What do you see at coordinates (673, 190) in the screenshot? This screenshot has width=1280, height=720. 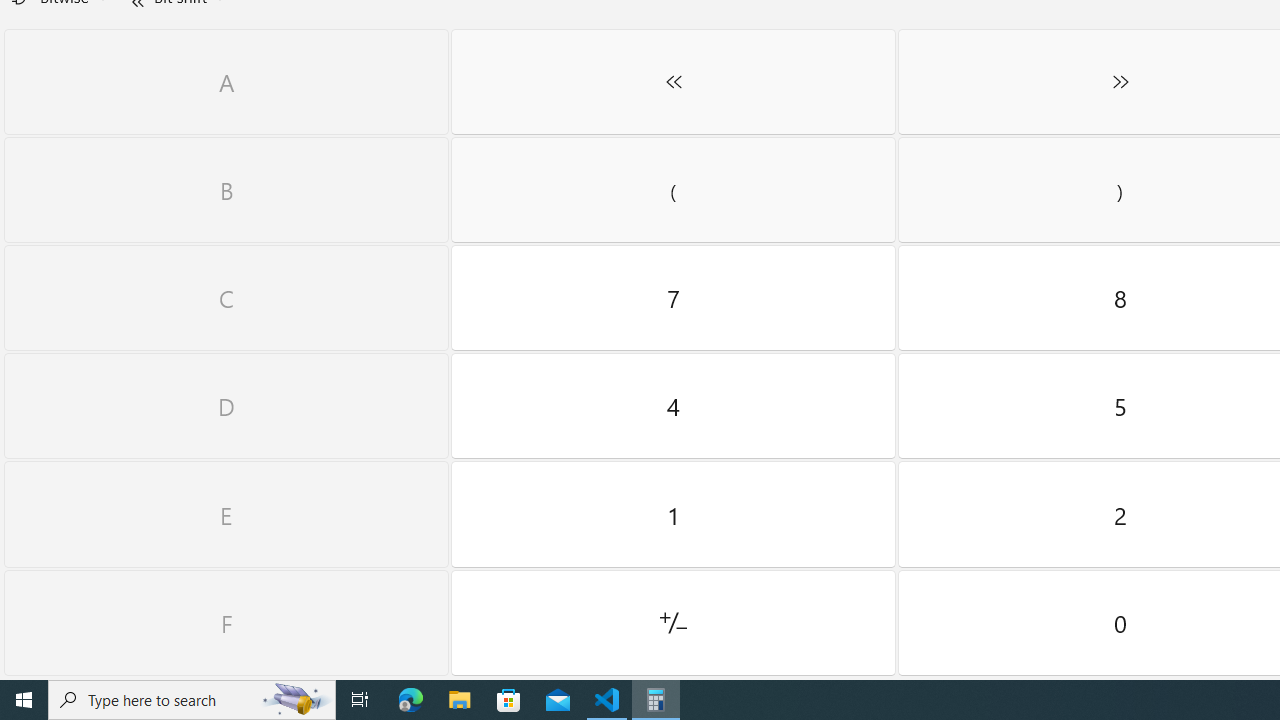 I see `'Left parenthesis'` at bounding box center [673, 190].